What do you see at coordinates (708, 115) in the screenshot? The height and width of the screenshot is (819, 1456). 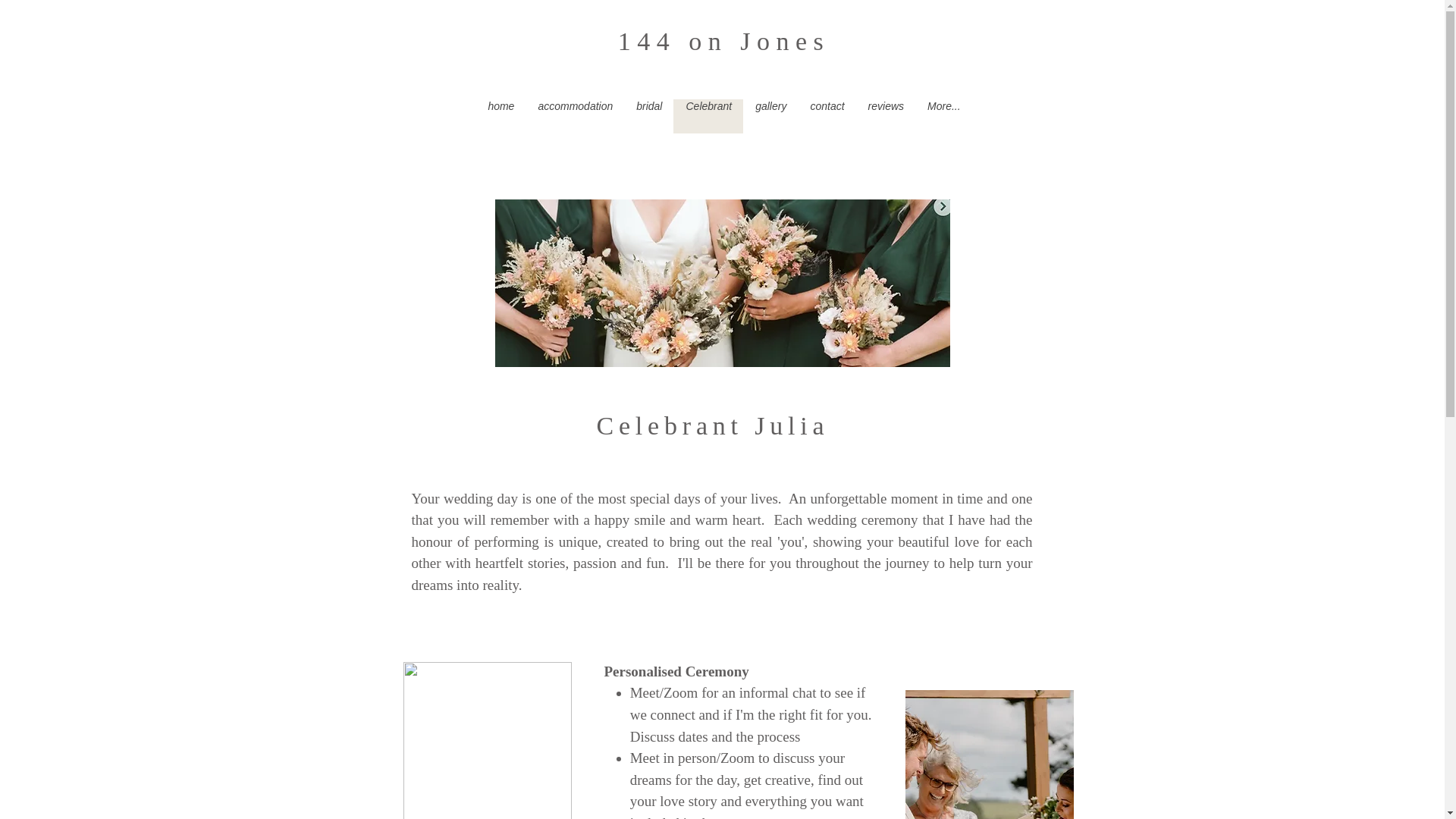 I see `'Celebrant'` at bounding box center [708, 115].